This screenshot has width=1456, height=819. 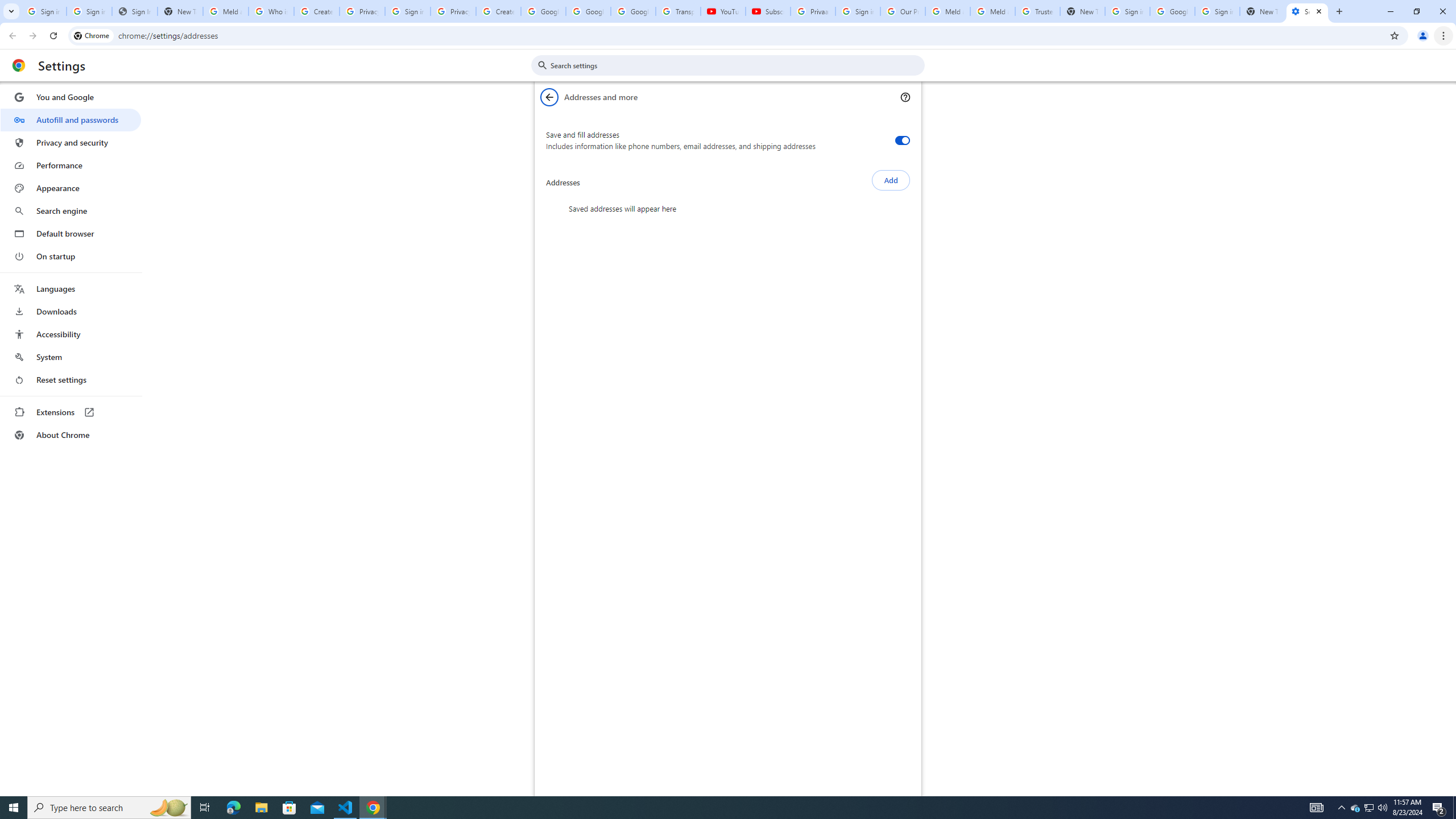 What do you see at coordinates (70, 188) in the screenshot?
I see `'Appearance'` at bounding box center [70, 188].